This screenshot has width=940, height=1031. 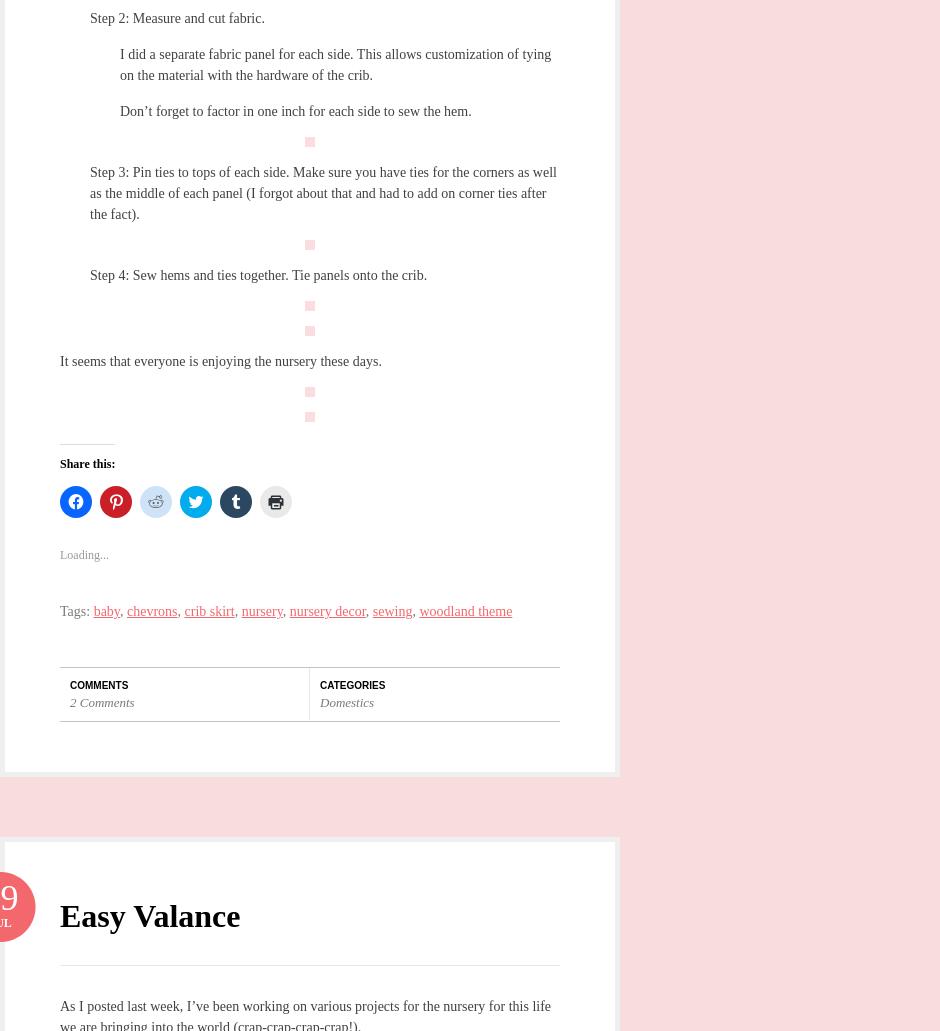 What do you see at coordinates (84, 553) in the screenshot?
I see `'Loading...'` at bounding box center [84, 553].